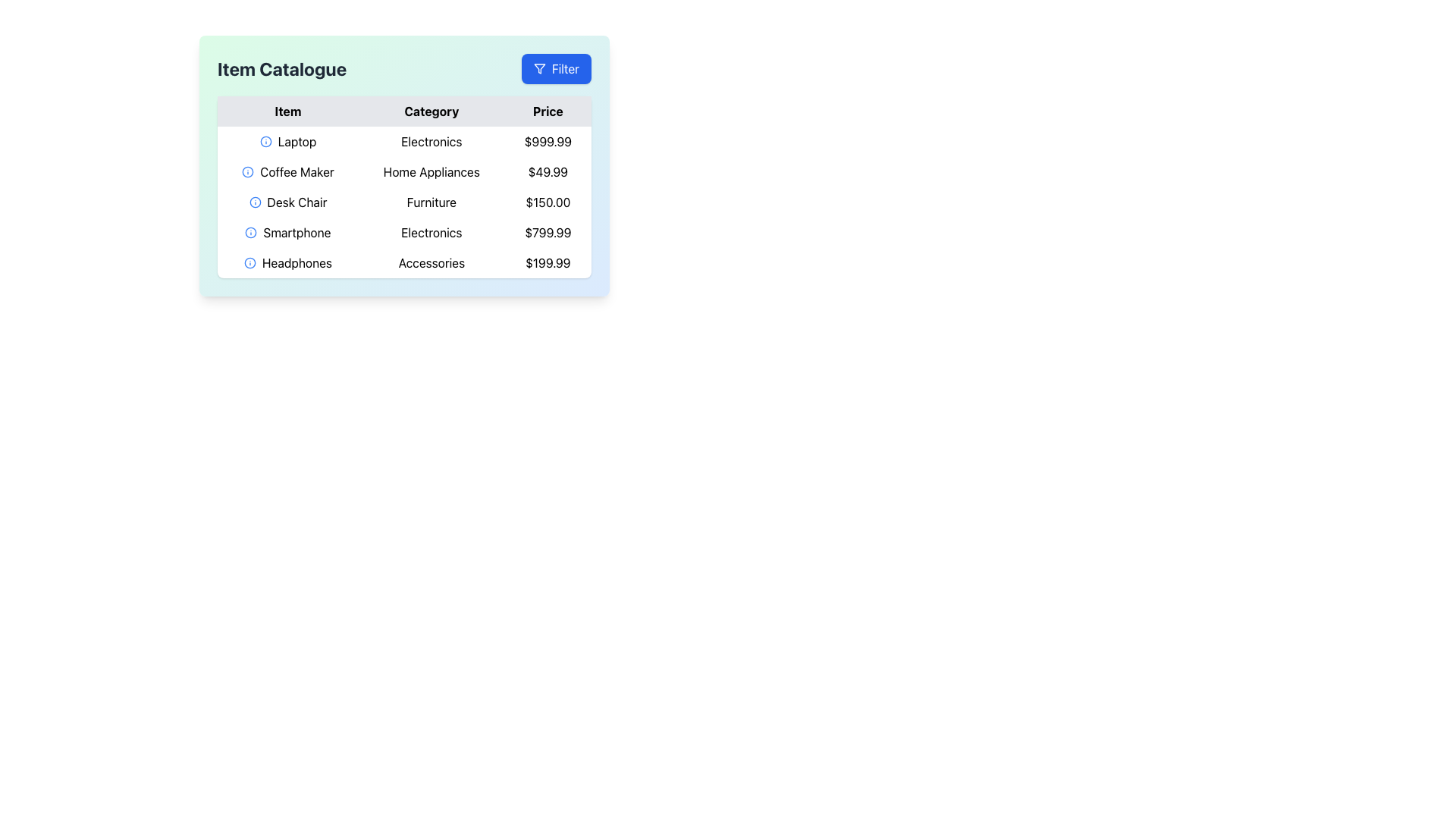  I want to click on text 'Price' from the Column Header, which indicates the prices of items in the data table and is the third header in the row, so click(547, 110).